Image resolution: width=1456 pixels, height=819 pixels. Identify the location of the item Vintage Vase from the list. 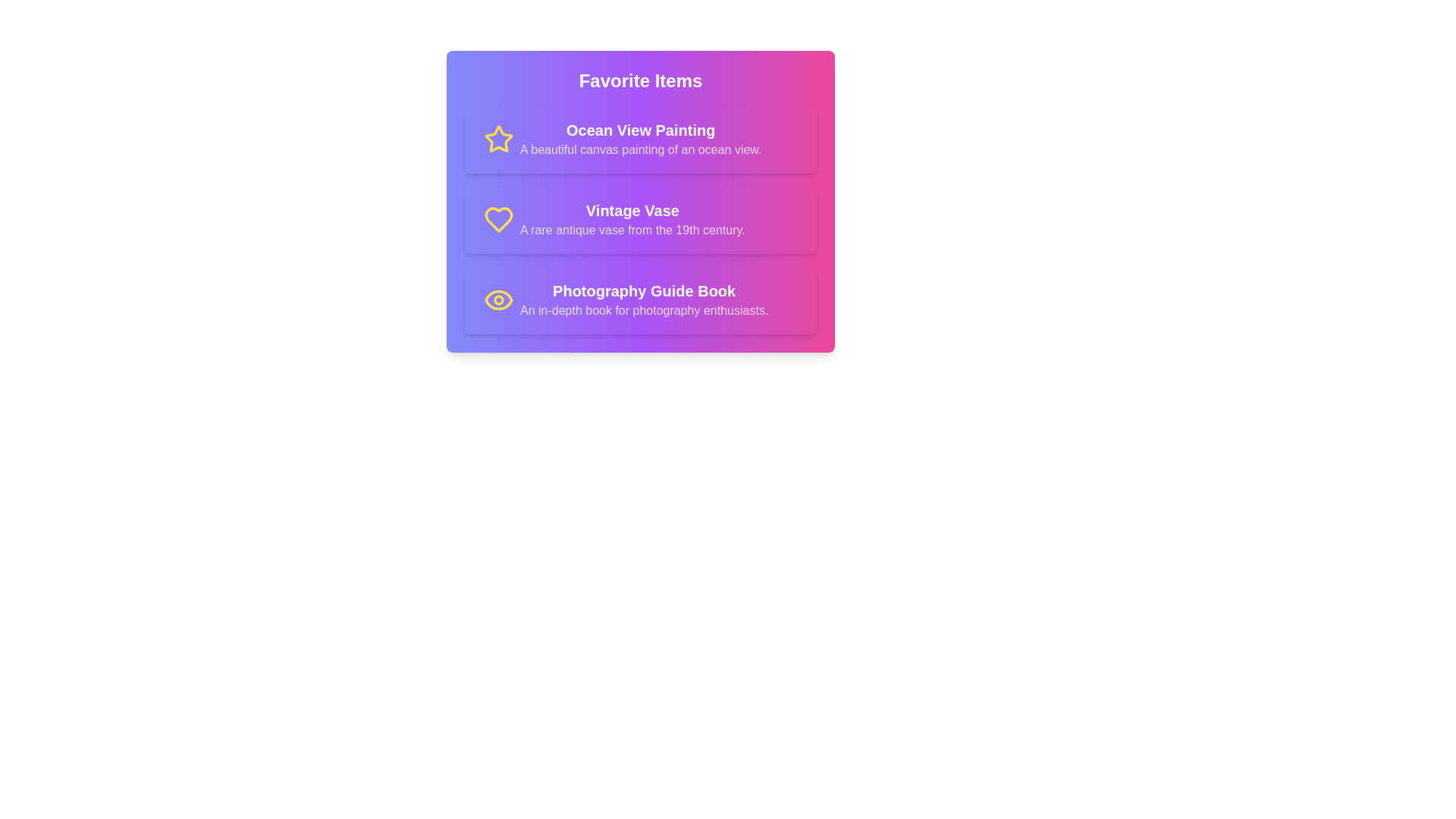
(640, 219).